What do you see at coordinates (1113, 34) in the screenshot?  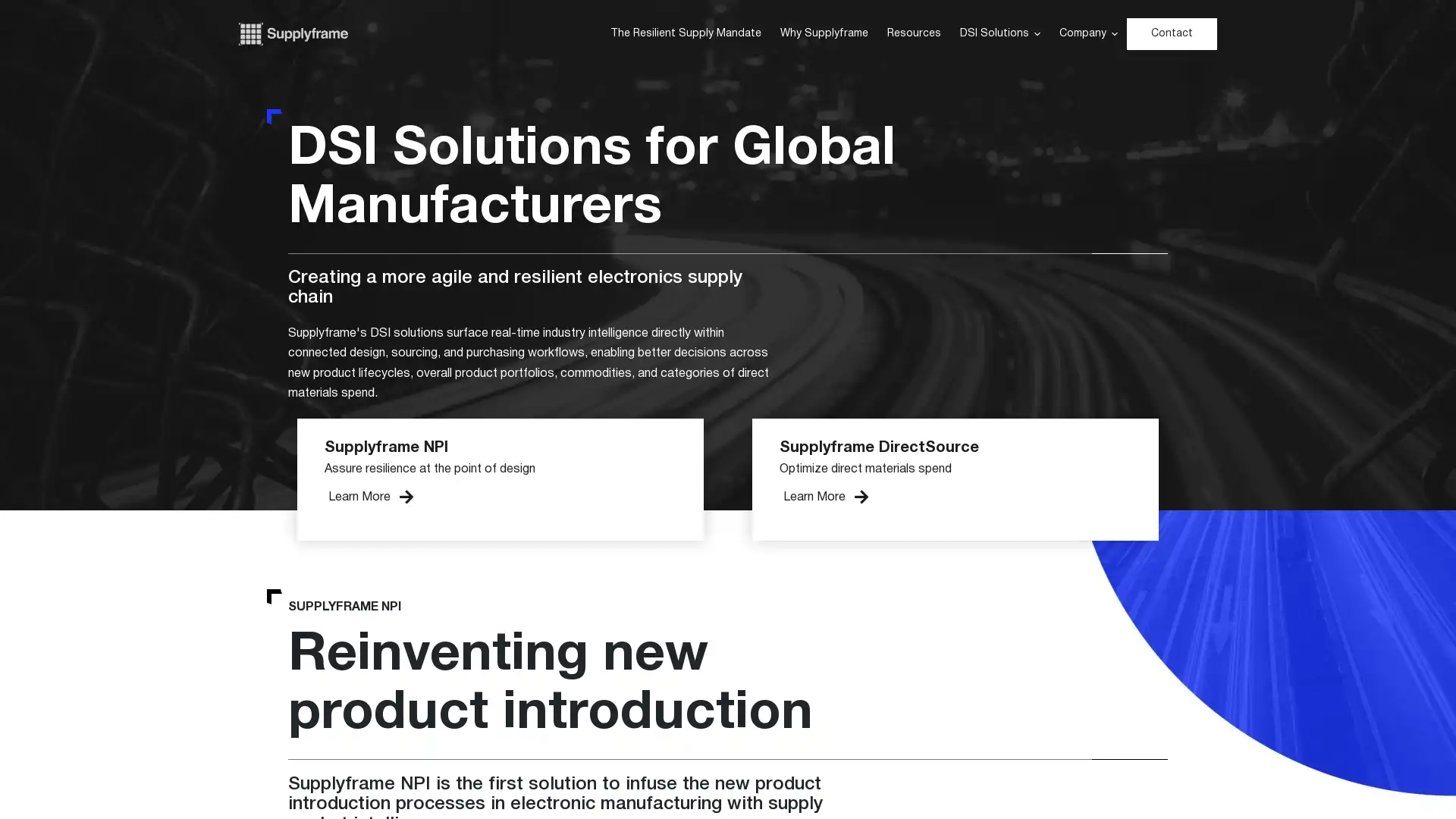 I see `Menu dropdown indicator` at bounding box center [1113, 34].